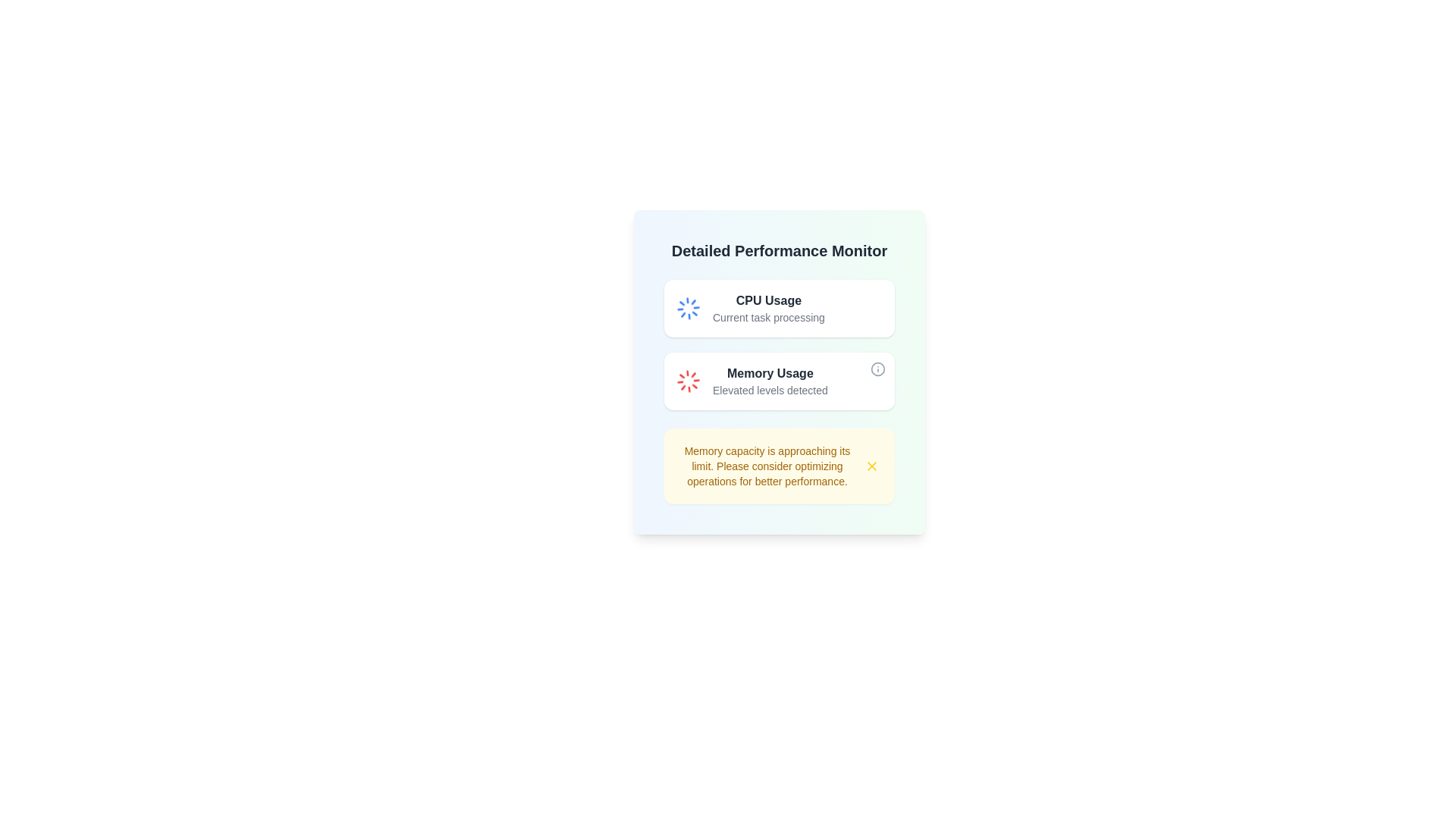 Image resolution: width=1456 pixels, height=819 pixels. What do you see at coordinates (877, 369) in the screenshot?
I see `the SVG circle that visually represents memory usage, located in the 'Memory Usage' section of the interface` at bounding box center [877, 369].